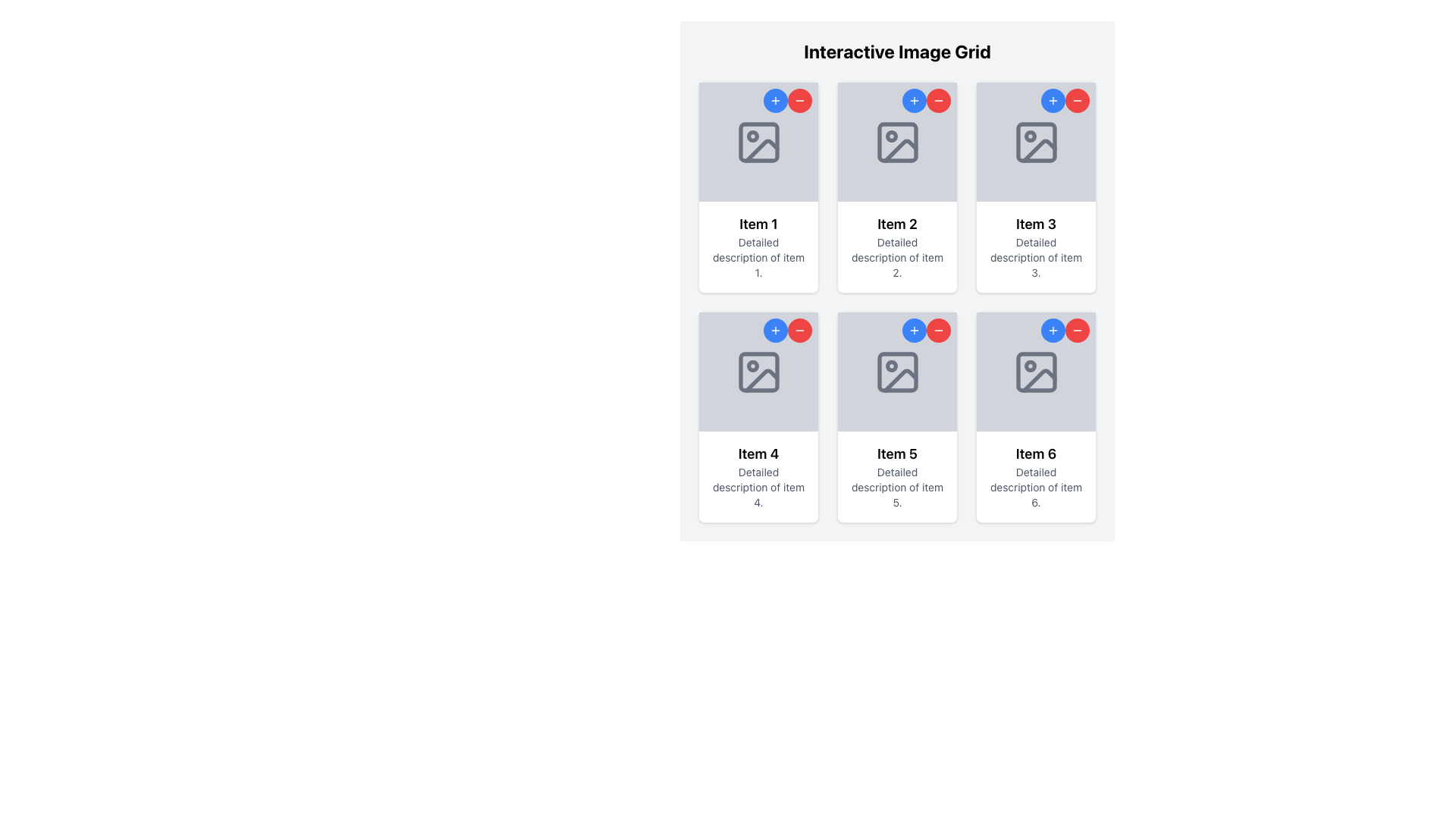  What do you see at coordinates (1035, 475) in the screenshot?
I see `the static text content block that provides a title and descriptive information about the sixth item in the grid, located in the bottom-right corner beneath a gray placeholder image` at bounding box center [1035, 475].